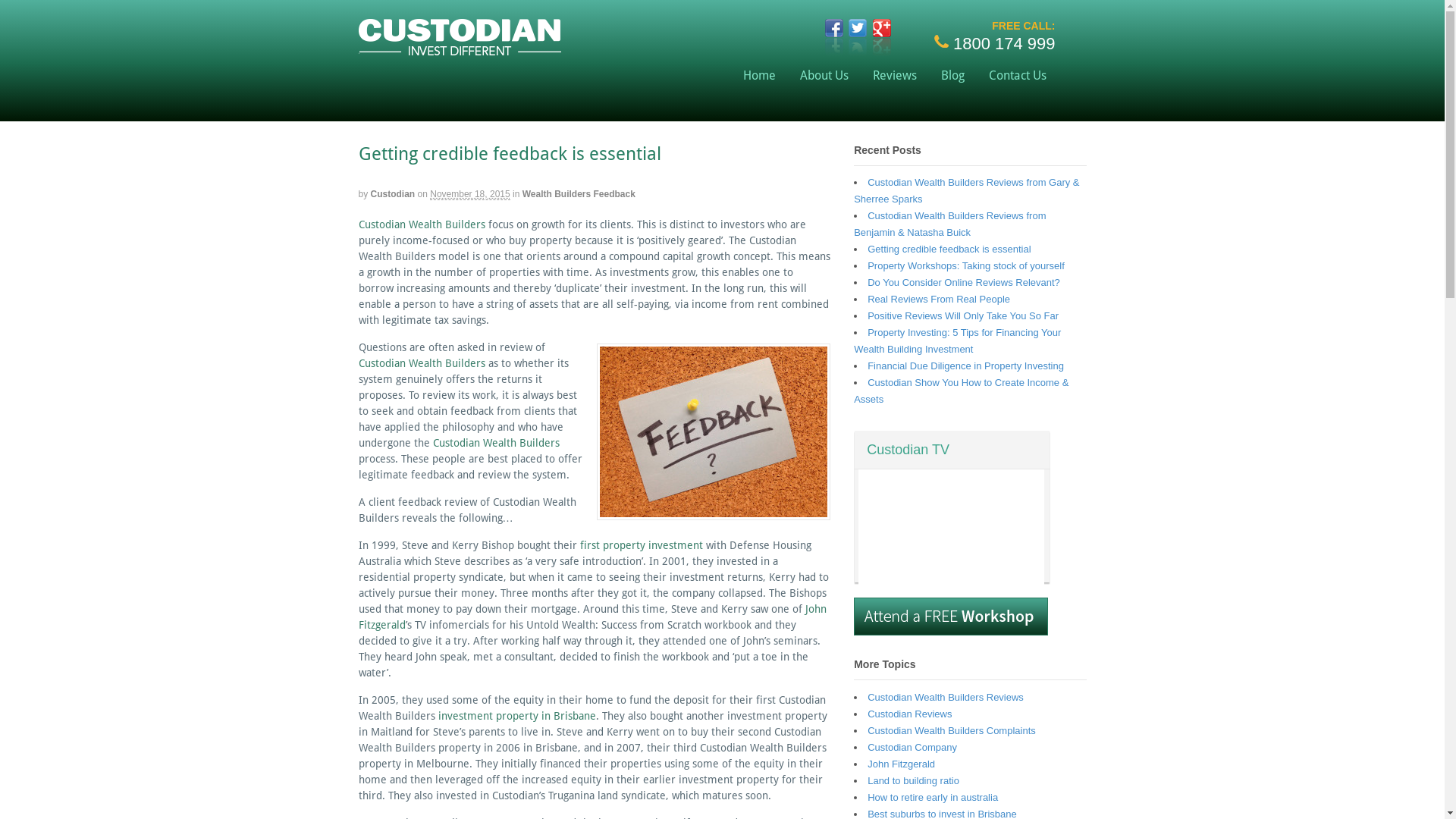 This screenshot has width=1456, height=819. What do you see at coordinates (950, 730) in the screenshot?
I see `'Custodian Wealth Builders Complaints'` at bounding box center [950, 730].